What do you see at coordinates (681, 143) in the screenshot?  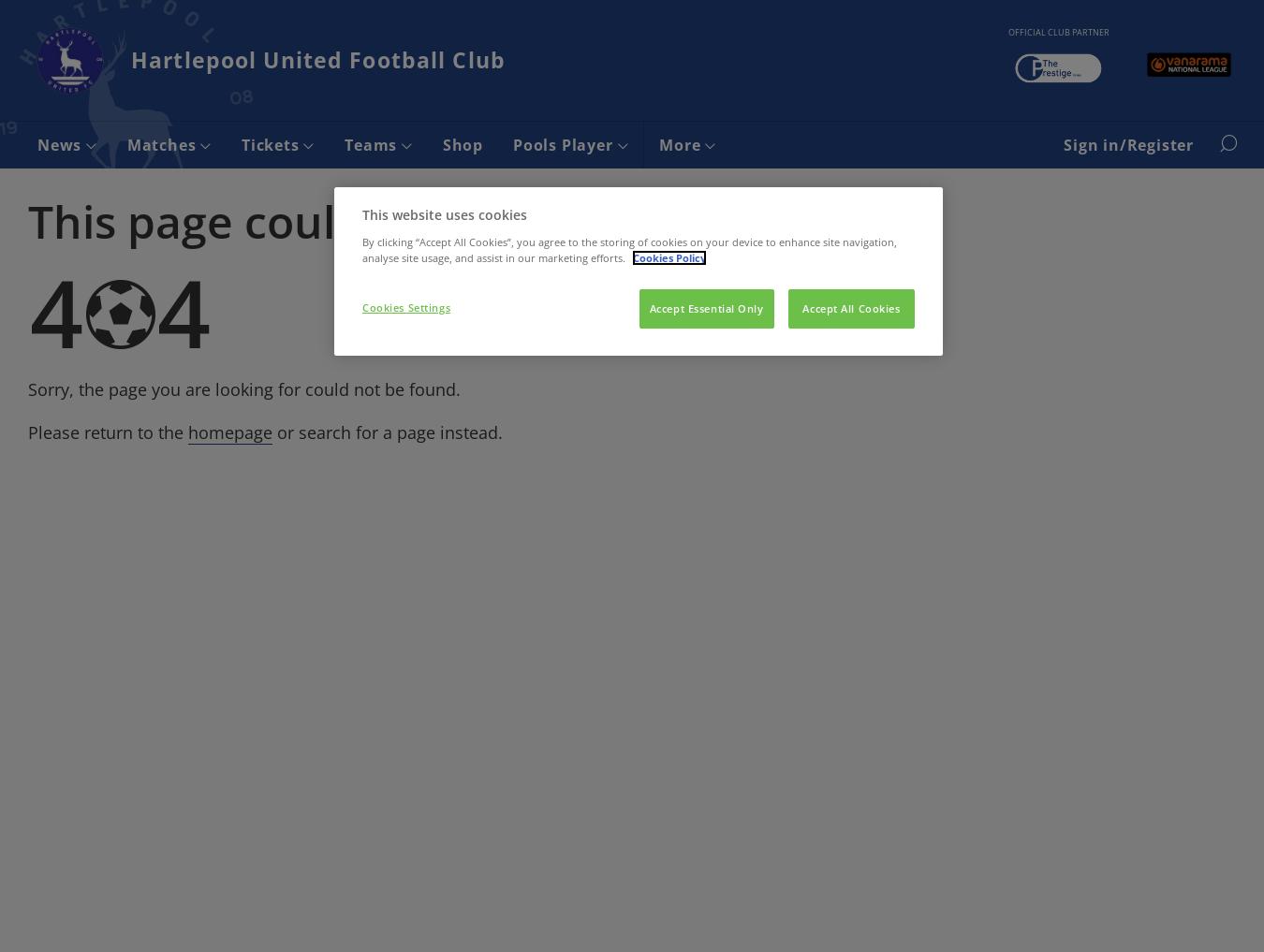 I see `'More'` at bounding box center [681, 143].